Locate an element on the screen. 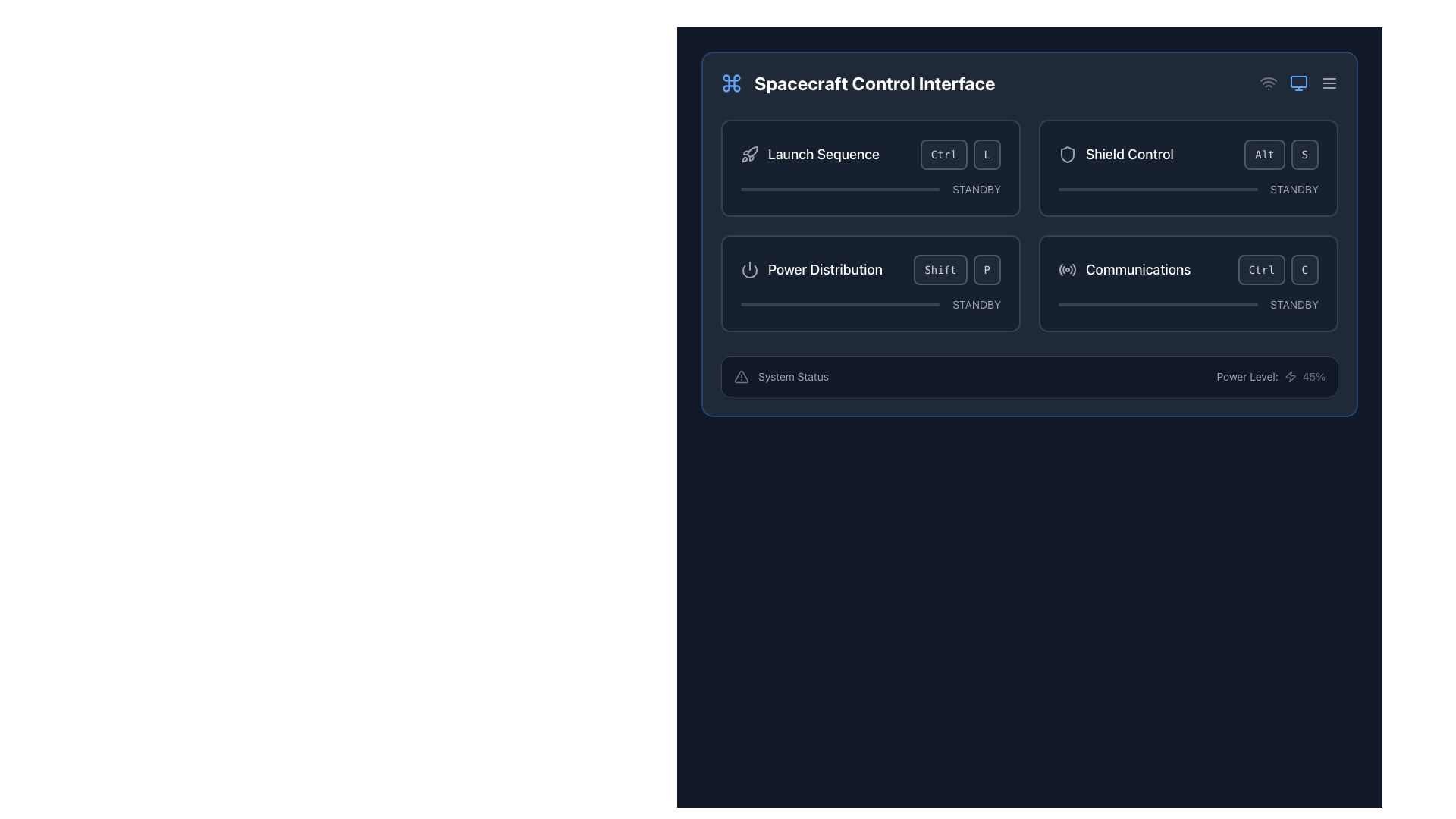  the control panel card at the top-left of the 2x2 grid in the 'Spacecraft Control Interface' to initiate the 'Launch Sequence' functionality by clicking the buttons 'Ctrl' or 'L' is located at coordinates (871, 168).